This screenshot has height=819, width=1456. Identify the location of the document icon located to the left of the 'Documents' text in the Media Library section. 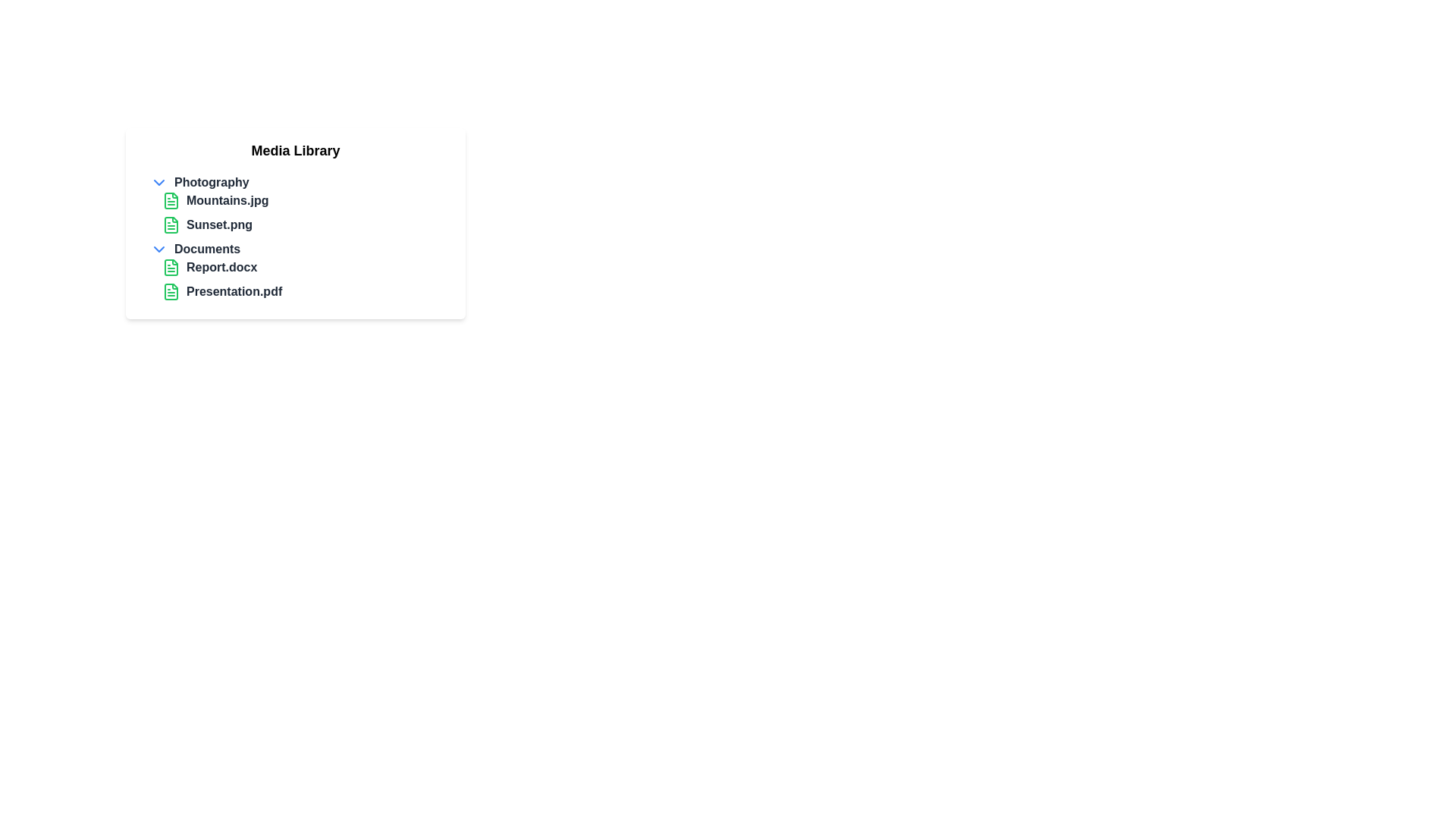
(171, 292).